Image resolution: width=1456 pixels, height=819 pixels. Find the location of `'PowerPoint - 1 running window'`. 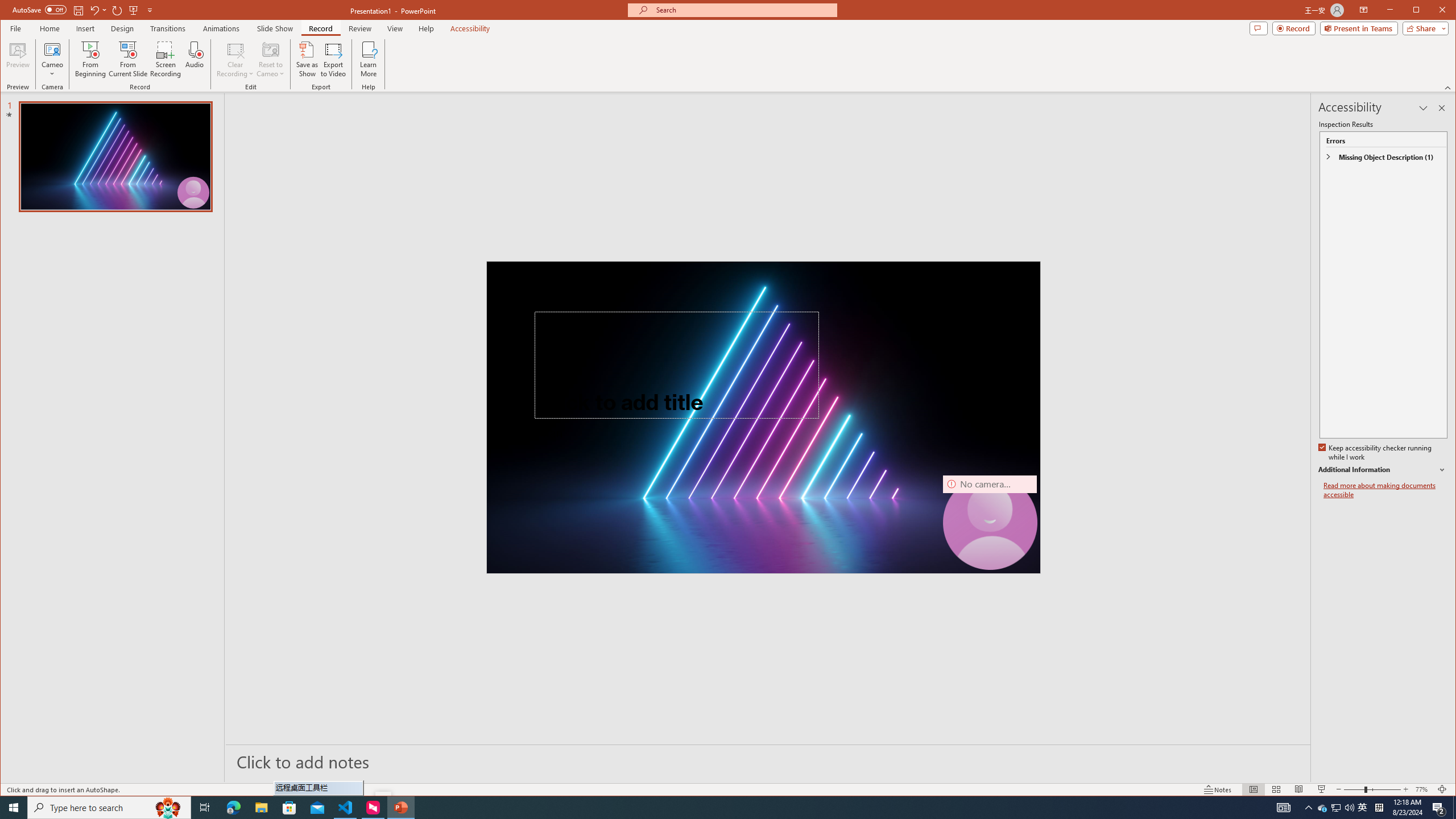

'PowerPoint - 1 running window' is located at coordinates (401, 806).